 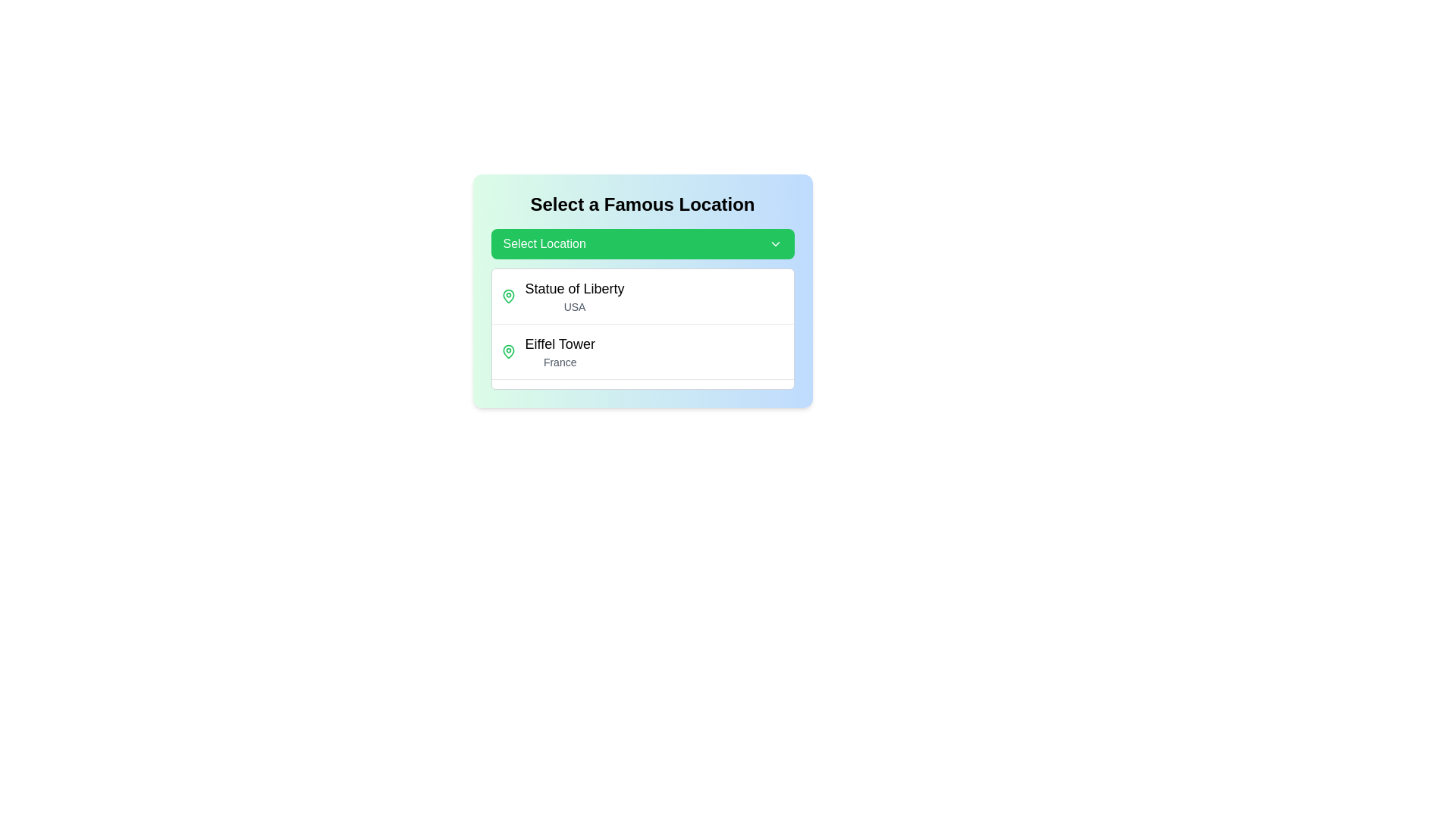 I want to click on the 'Select Location' text label, so click(x=544, y=243).